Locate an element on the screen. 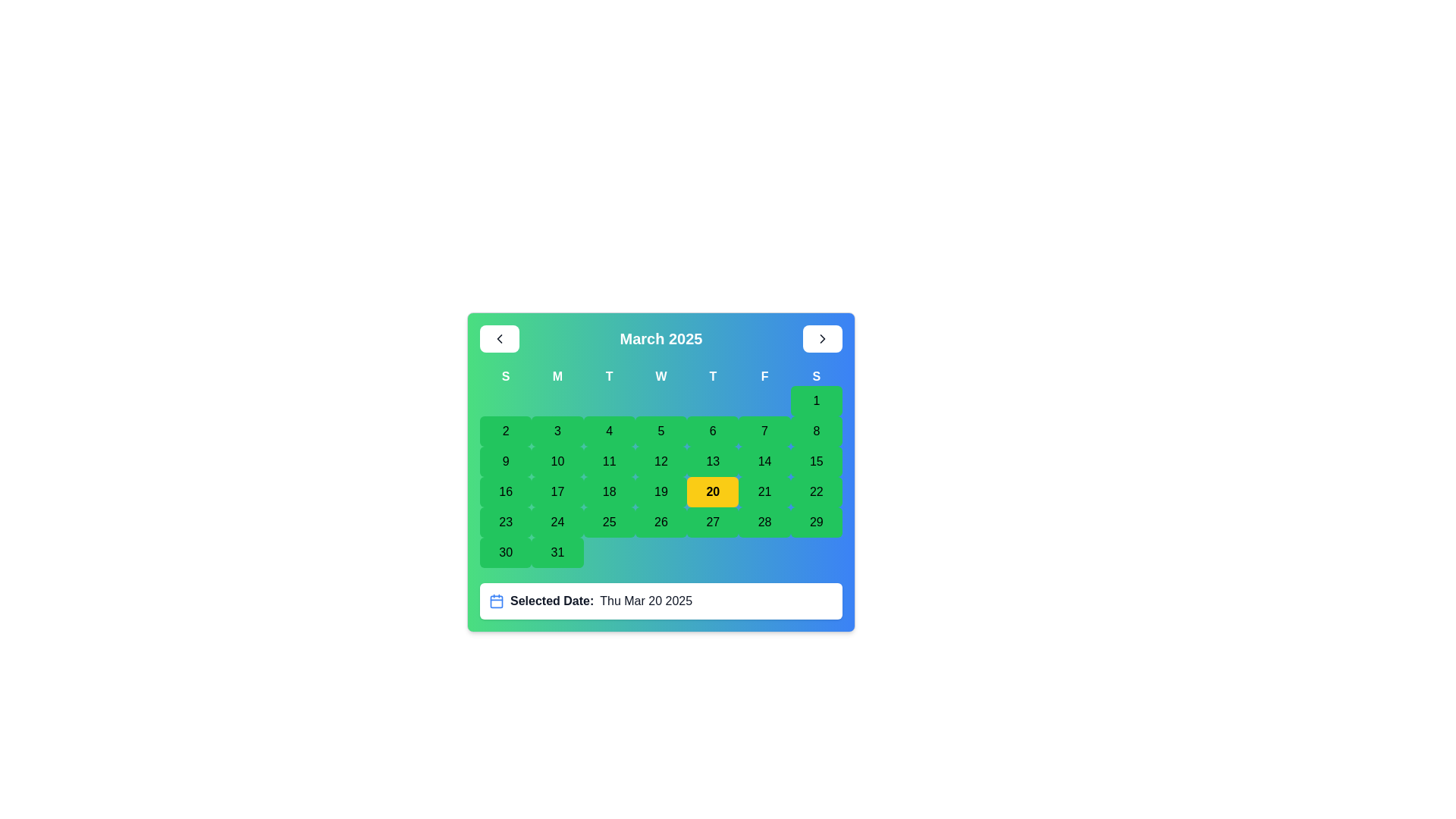 This screenshot has width=1456, height=819. the button representing the date '25' in the calendar interface is located at coordinates (609, 522).